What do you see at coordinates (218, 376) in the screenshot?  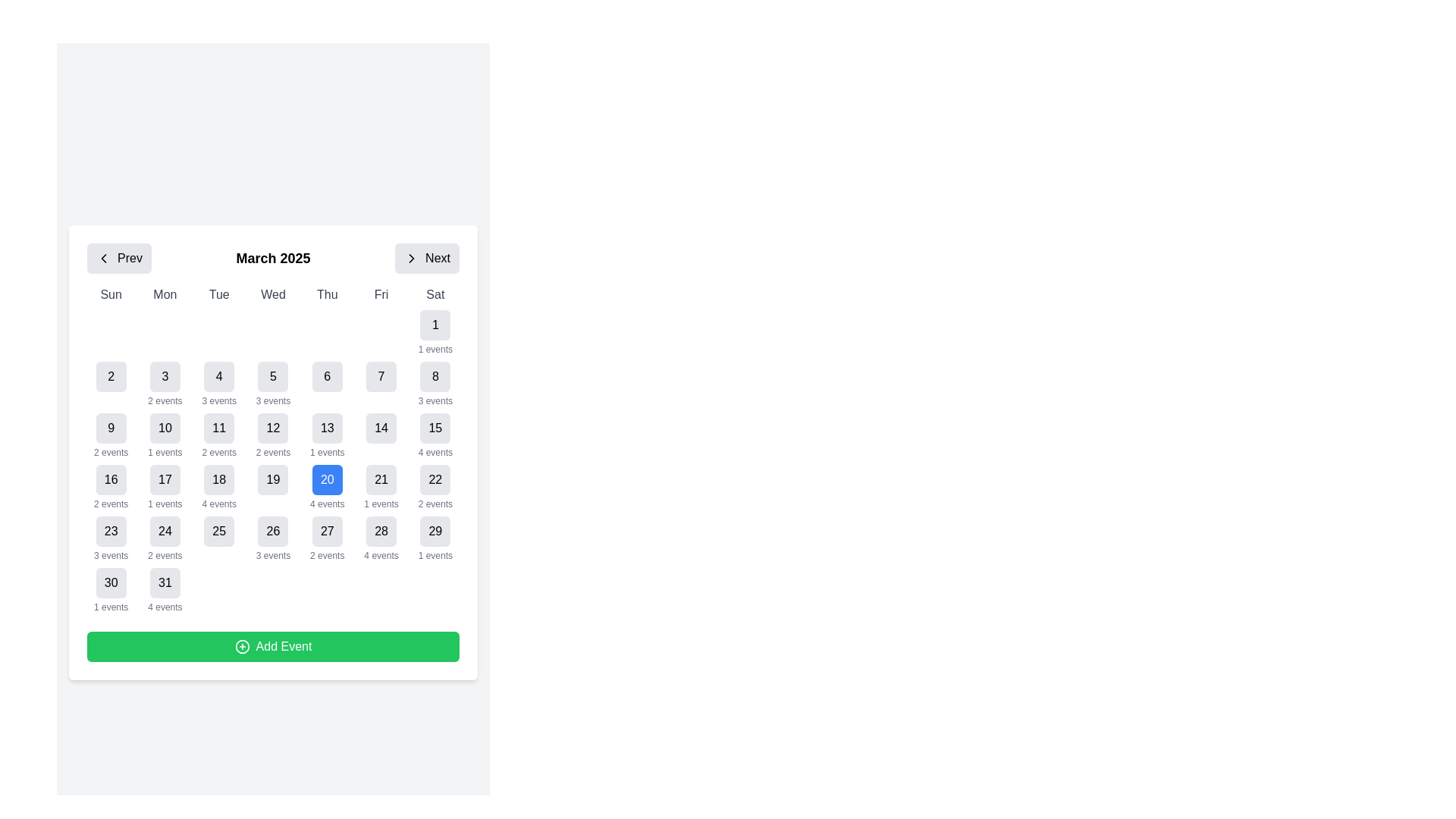 I see `the circular button displaying the number '4' in bold black font, located in the March 2025 calendar on Wednesday of the first week` at bounding box center [218, 376].